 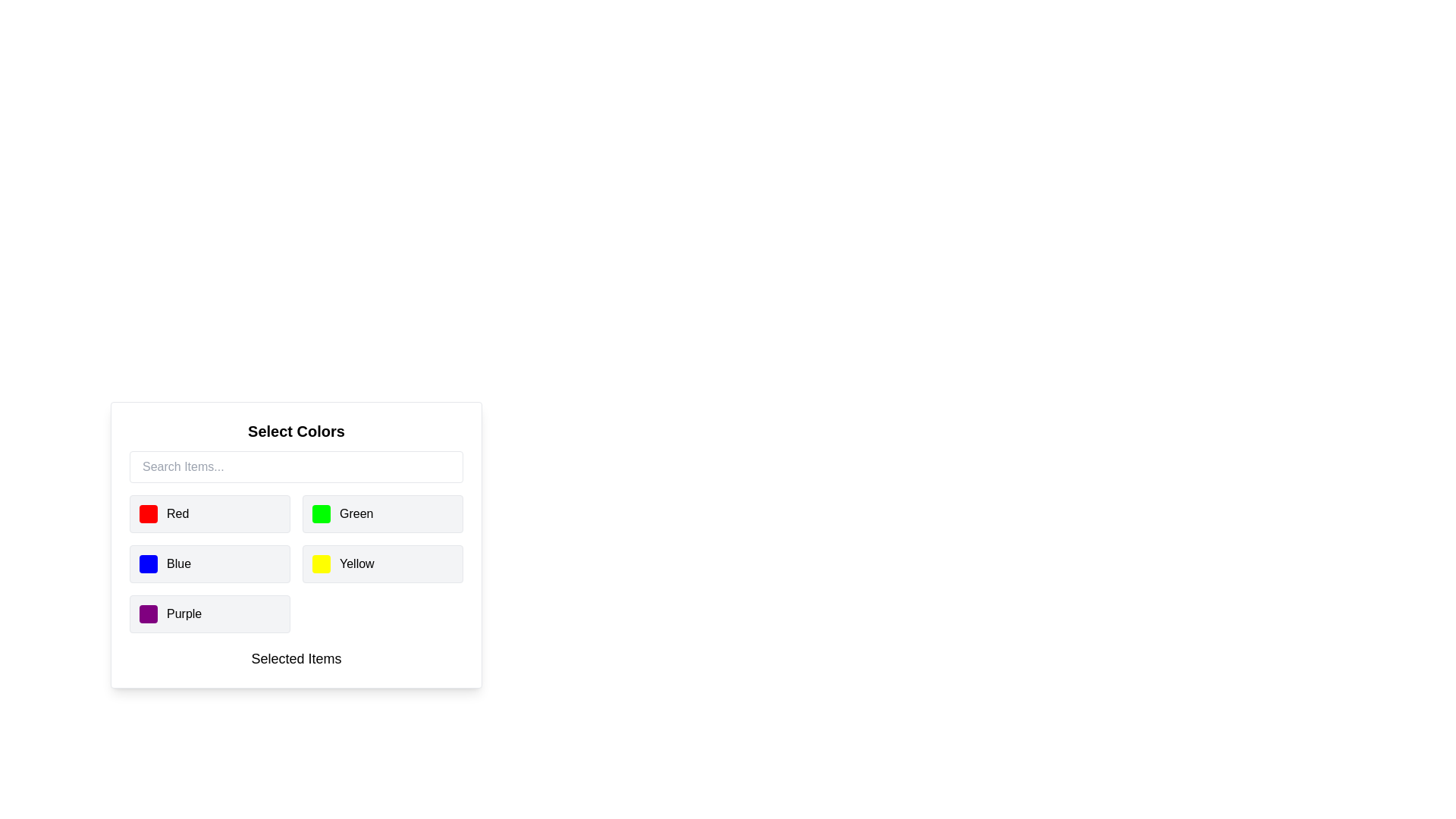 I want to click on the blue color swatch located in the 'Select Colors' box, positioned to the left of the 'Blue' label, so click(x=149, y=564).